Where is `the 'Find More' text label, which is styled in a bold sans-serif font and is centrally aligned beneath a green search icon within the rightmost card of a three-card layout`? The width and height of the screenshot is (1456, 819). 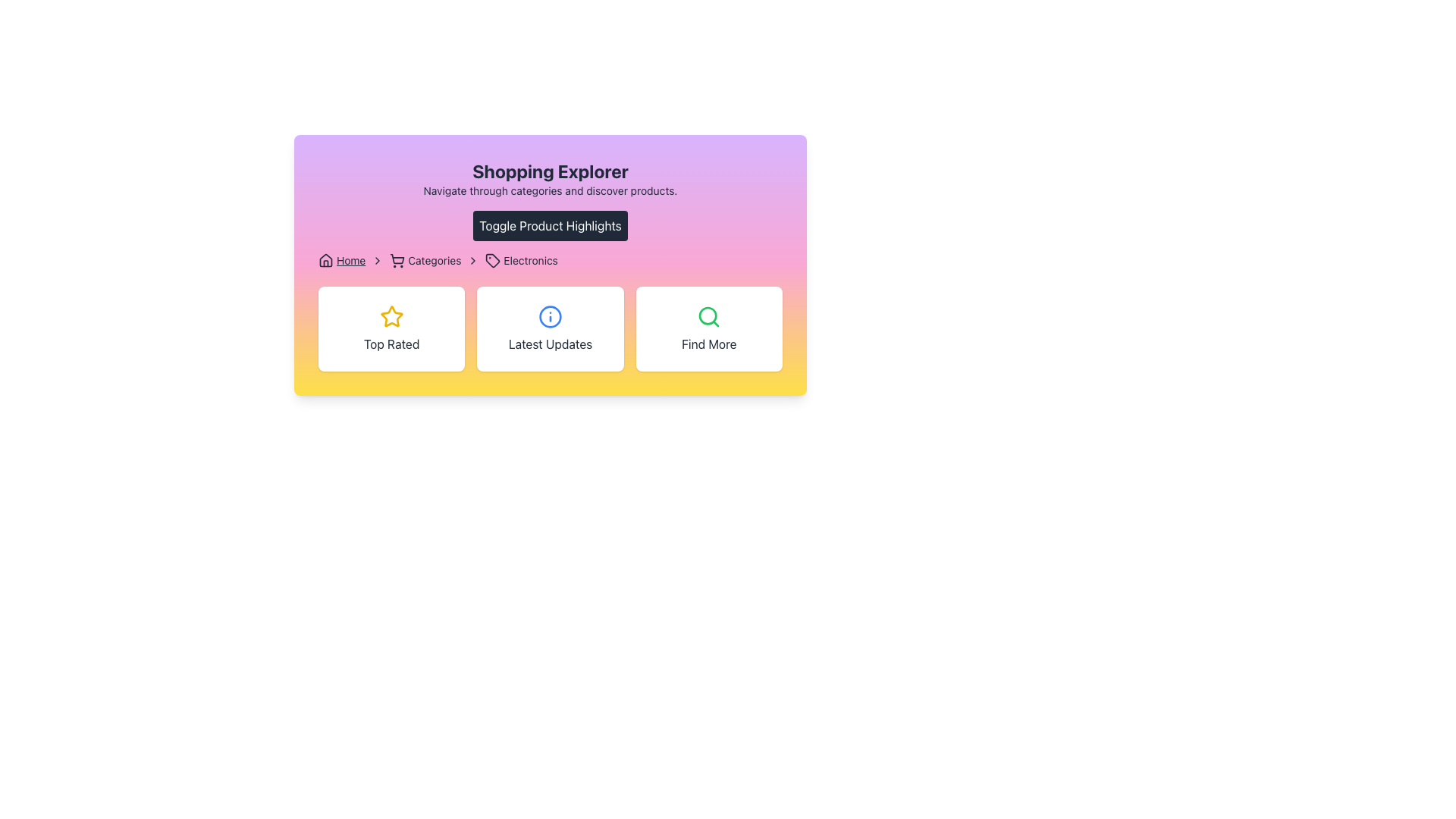
the 'Find More' text label, which is styled in a bold sans-serif font and is centrally aligned beneath a green search icon within the rightmost card of a three-card layout is located at coordinates (708, 344).